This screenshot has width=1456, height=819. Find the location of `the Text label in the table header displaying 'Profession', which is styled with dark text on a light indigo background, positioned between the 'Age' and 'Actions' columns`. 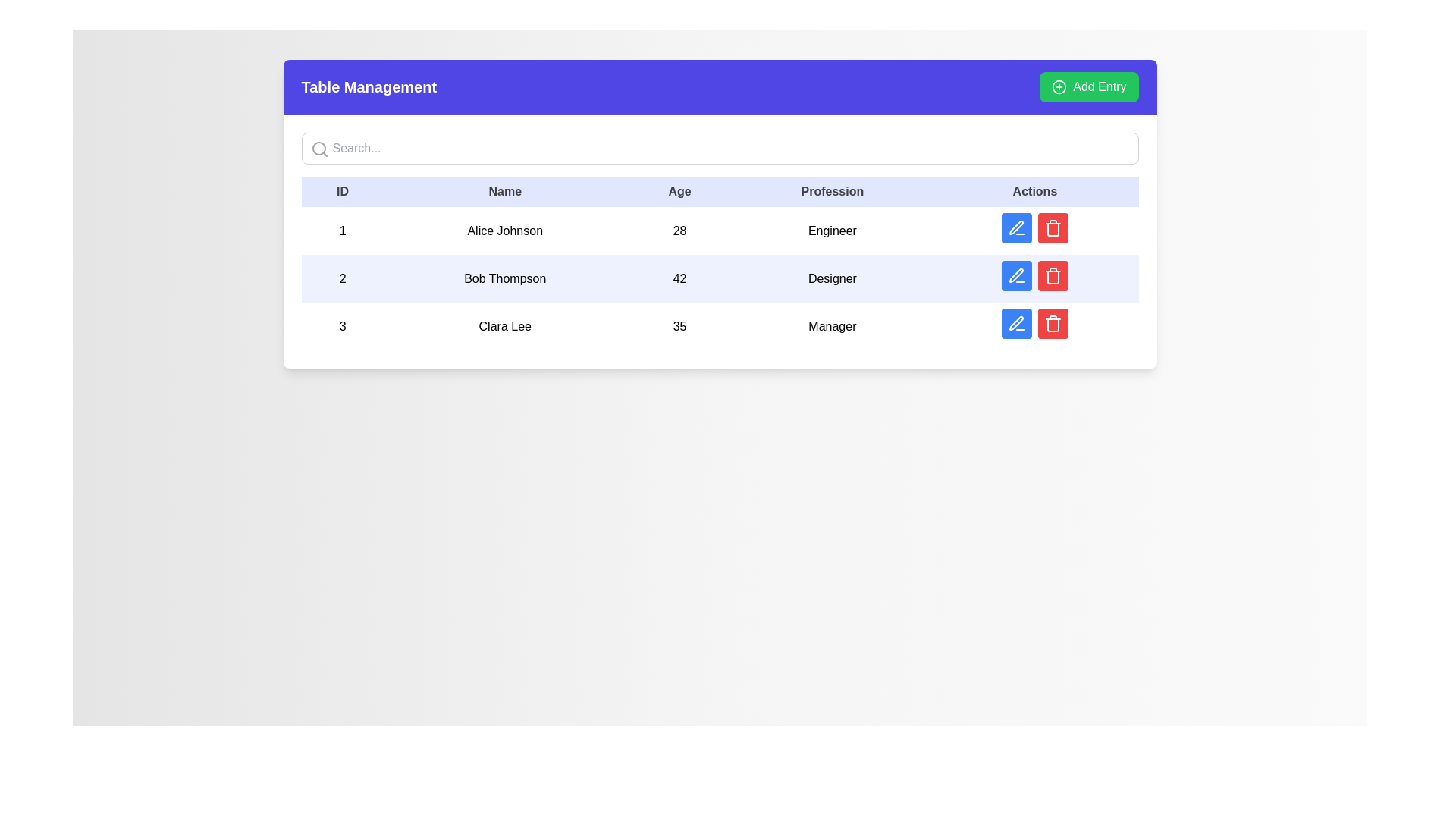

the Text label in the table header displaying 'Profession', which is styled with dark text on a light indigo background, positioned between the 'Age' and 'Actions' columns is located at coordinates (831, 191).